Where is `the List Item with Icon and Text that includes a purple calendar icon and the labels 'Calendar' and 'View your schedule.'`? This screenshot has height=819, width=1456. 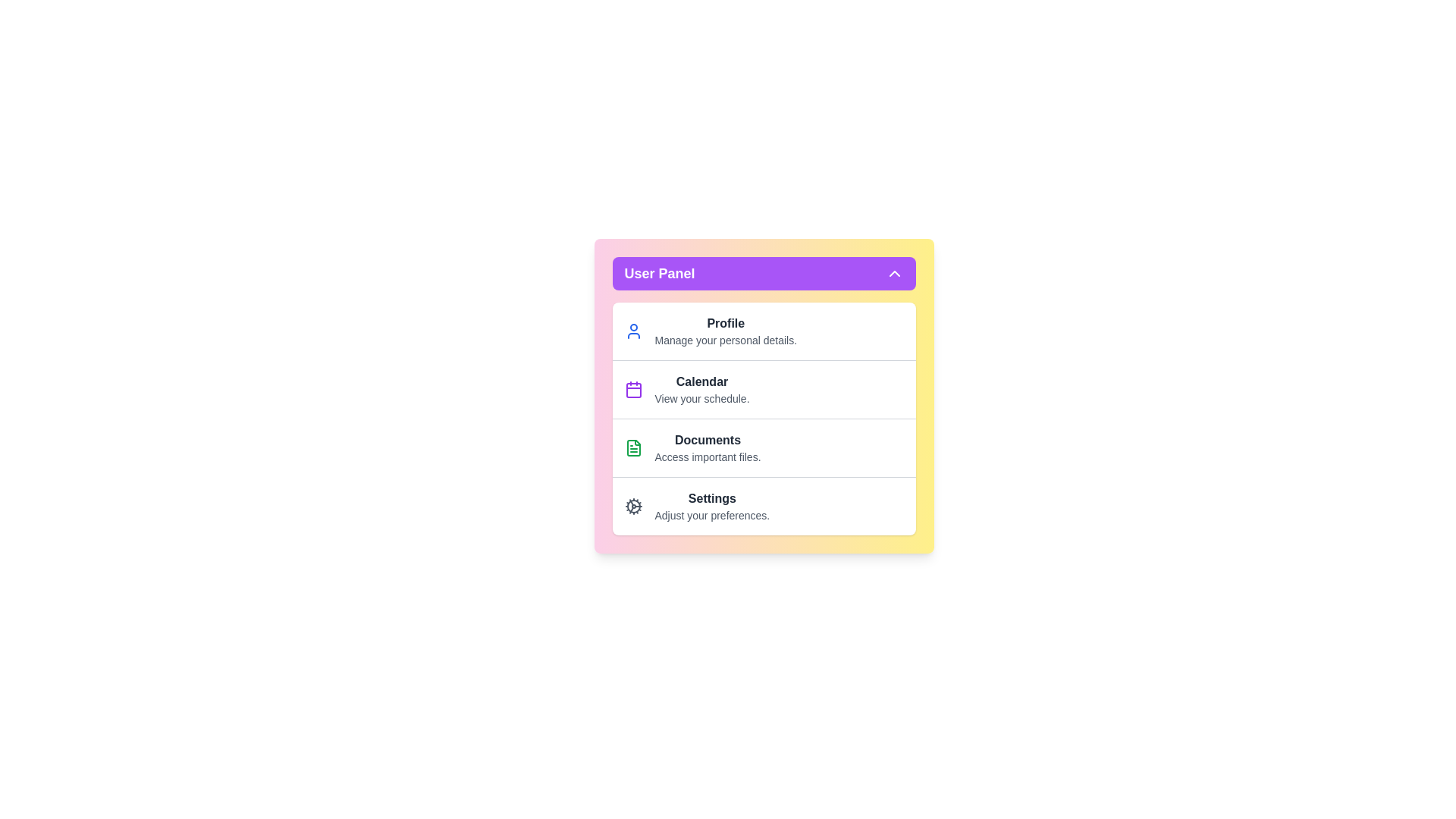
the List Item with Icon and Text that includes a purple calendar icon and the labels 'Calendar' and 'View your schedule.' is located at coordinates (764, 388).